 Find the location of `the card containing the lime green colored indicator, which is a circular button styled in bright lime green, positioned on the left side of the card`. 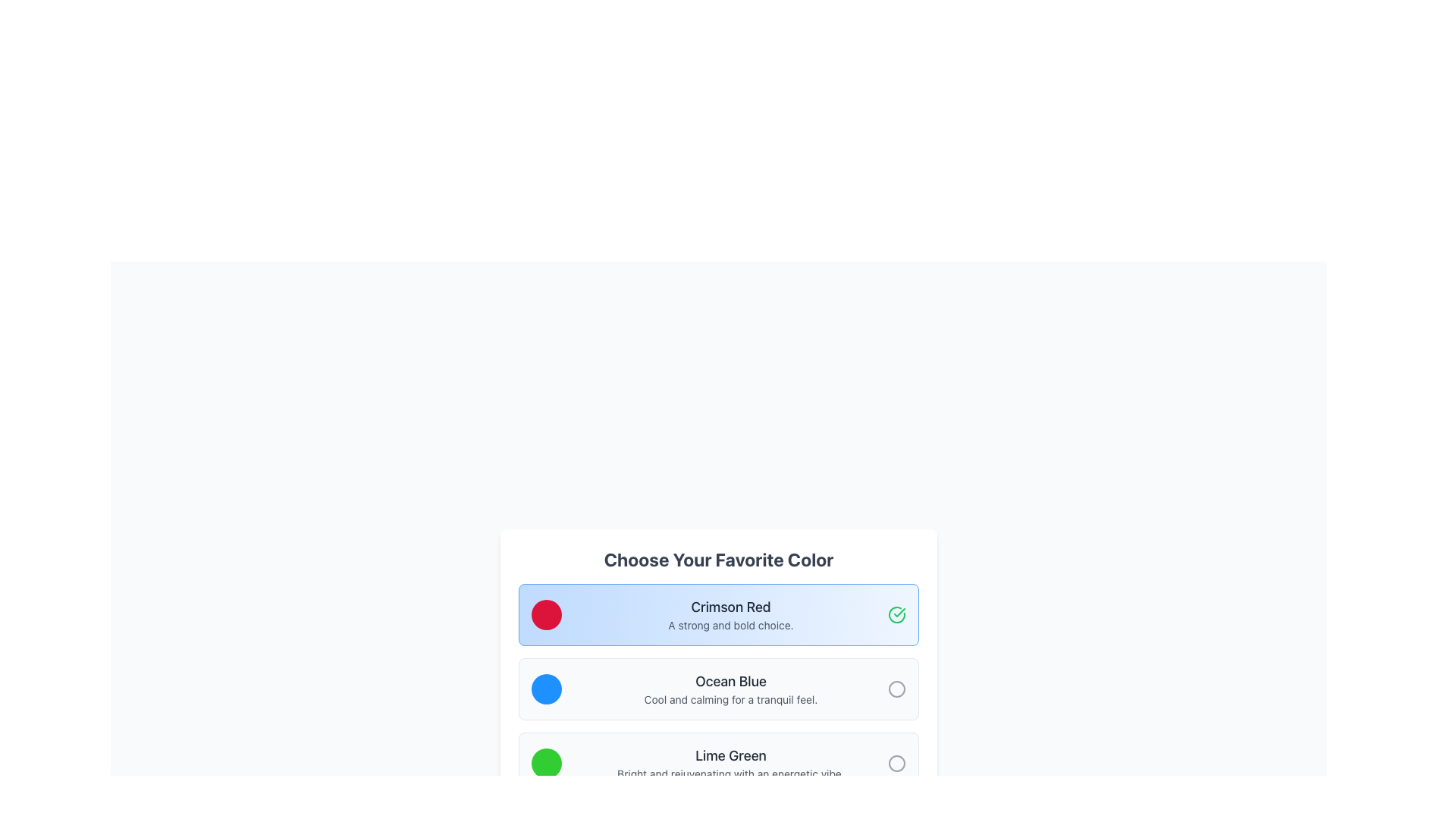

the card containing the lime green colored indicator, which is a circular button styled in bright lime green, positioned on the left side of the card is located at coordinates (546, 763).